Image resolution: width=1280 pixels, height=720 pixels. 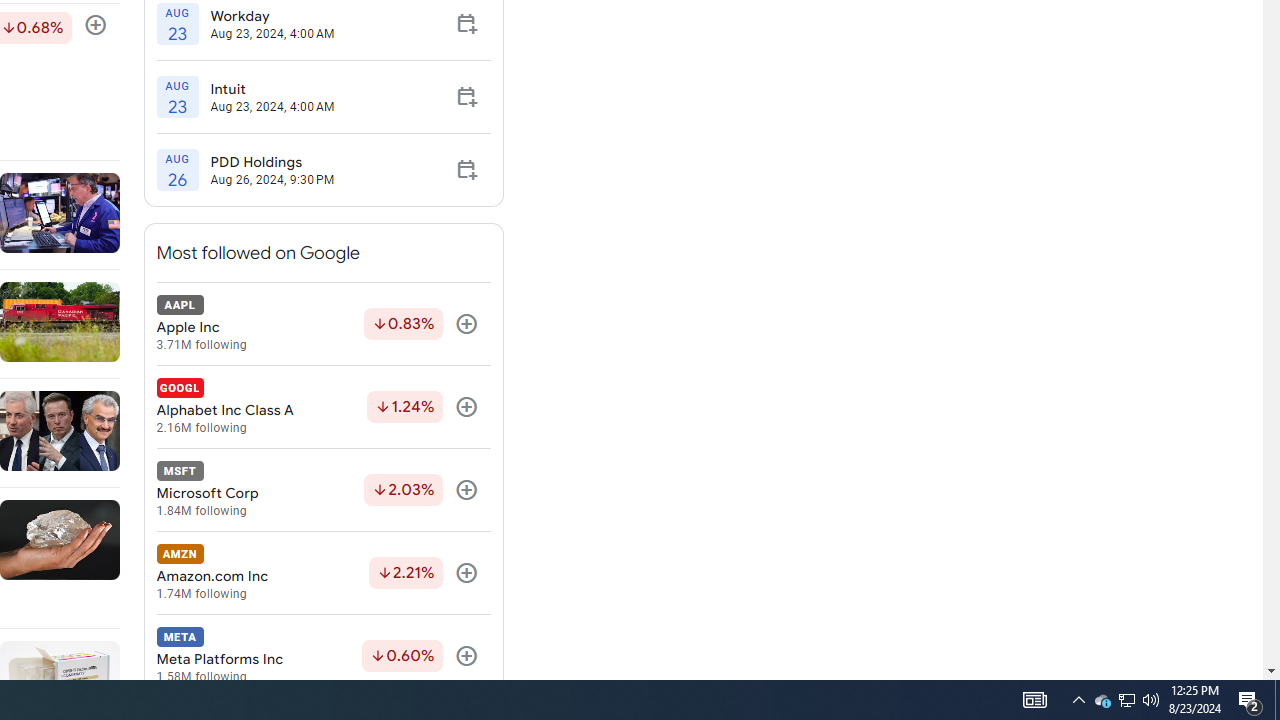 I want to click on 'Workday', so click(x=271, y=15).